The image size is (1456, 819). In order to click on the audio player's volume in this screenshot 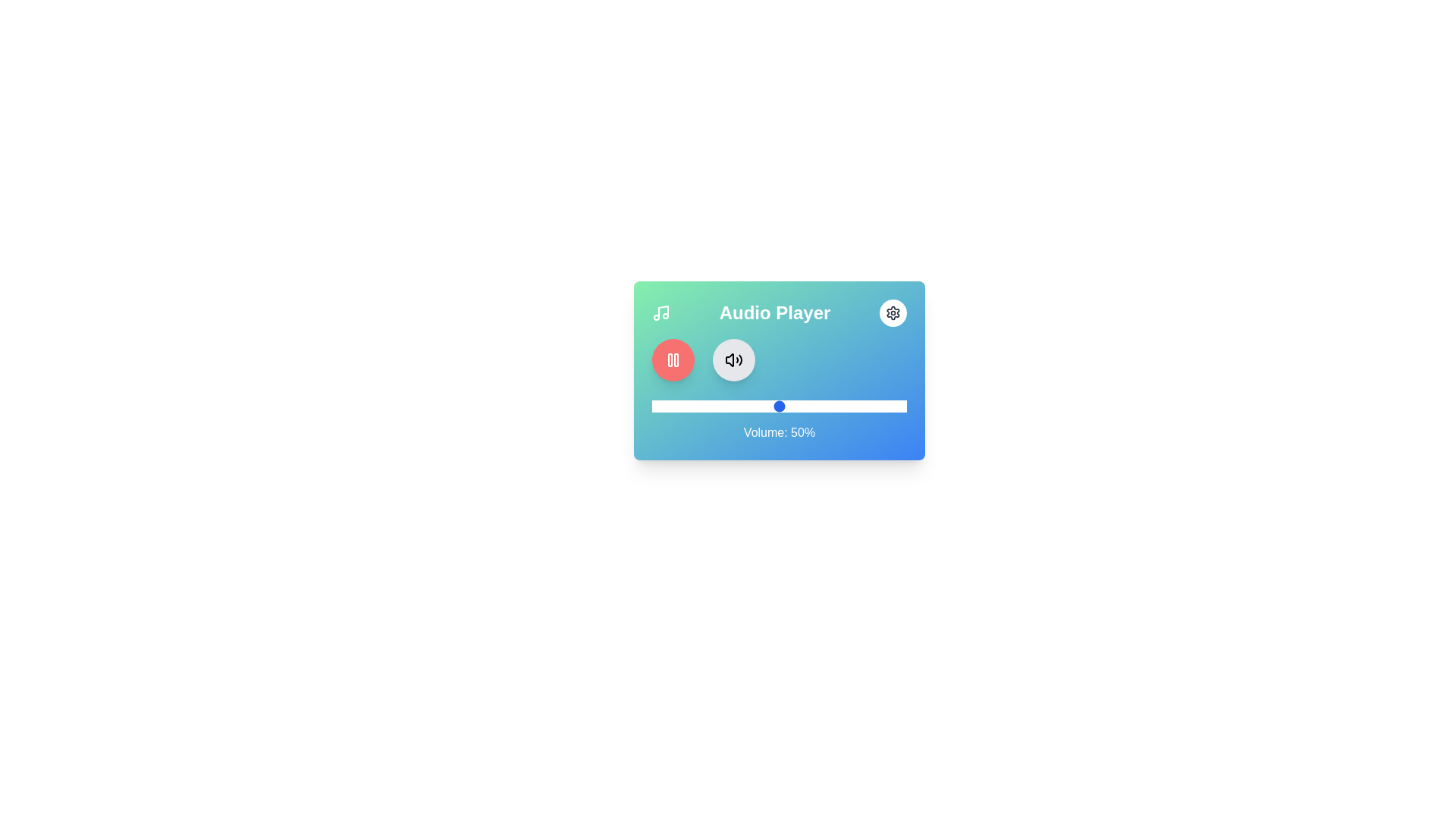, I will do `click(827, 406)`.